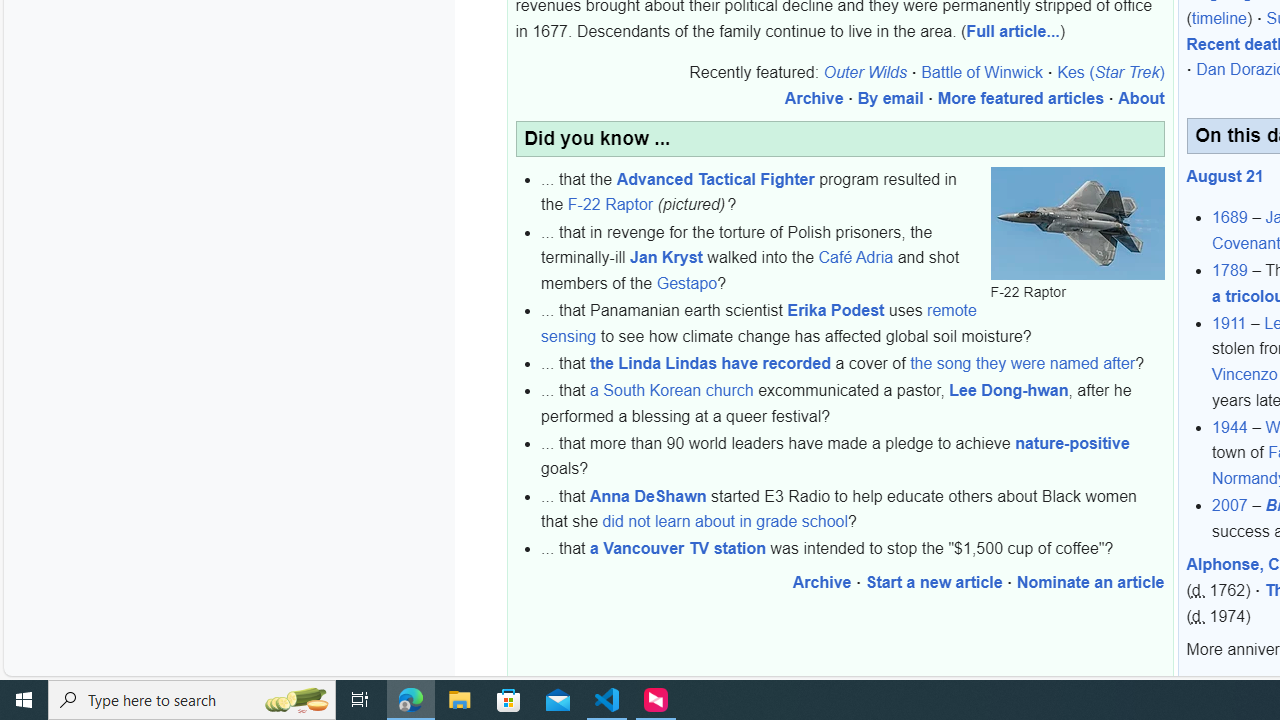 This screenshot has height=720, width=1280. I want to click on 'did not learn about in grade school', so click(723, 521).